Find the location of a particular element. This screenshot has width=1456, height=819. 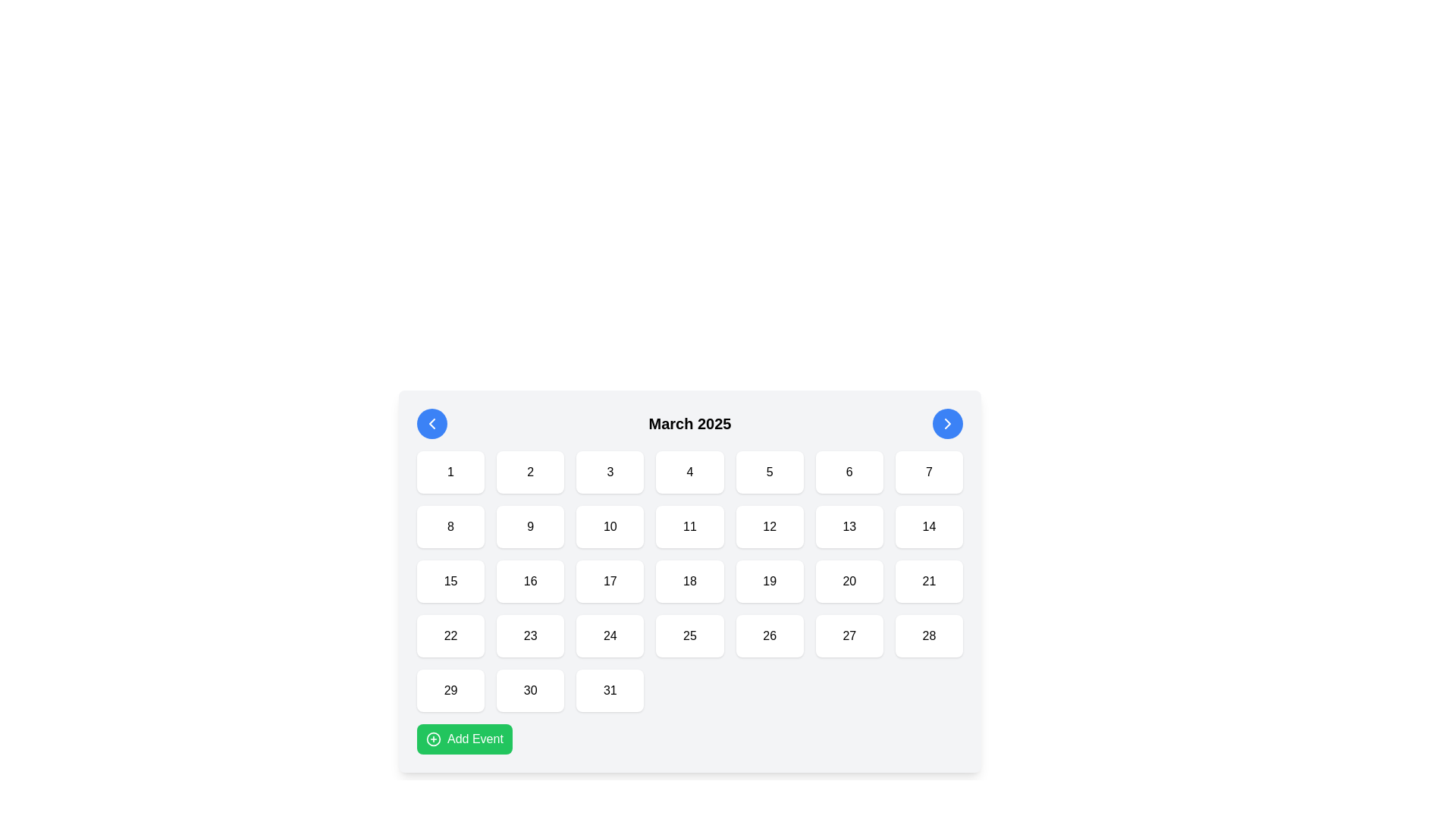

the button labeled '5', which is a rectangular button with rounded corners and a white background is located at coordinates (770, 472).